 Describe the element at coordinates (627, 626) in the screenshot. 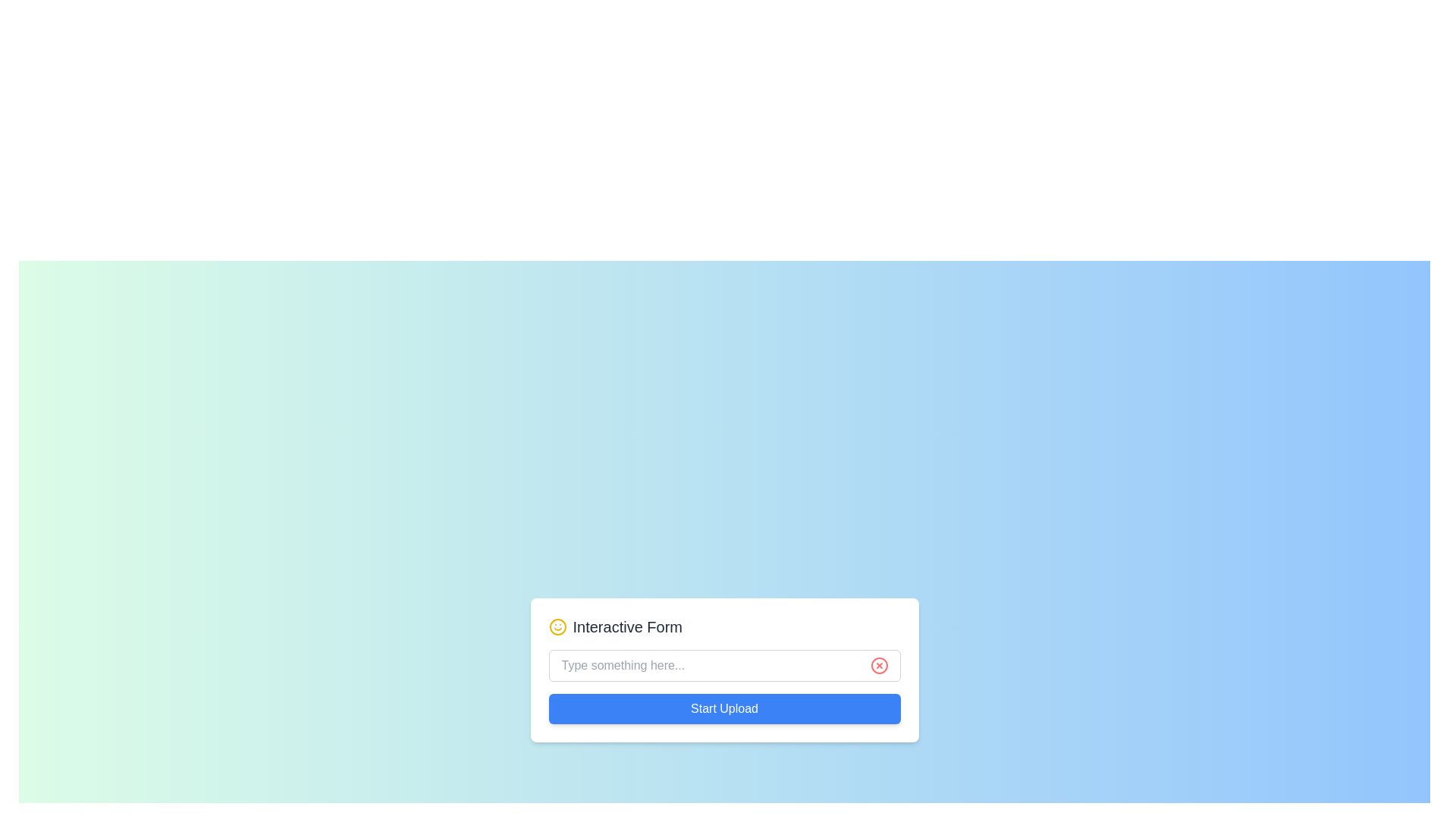

I see `text label that says 'Interactive Form', which is styled with a larger font size and bolded text in dark gray, located within a user interface card component` at that location.